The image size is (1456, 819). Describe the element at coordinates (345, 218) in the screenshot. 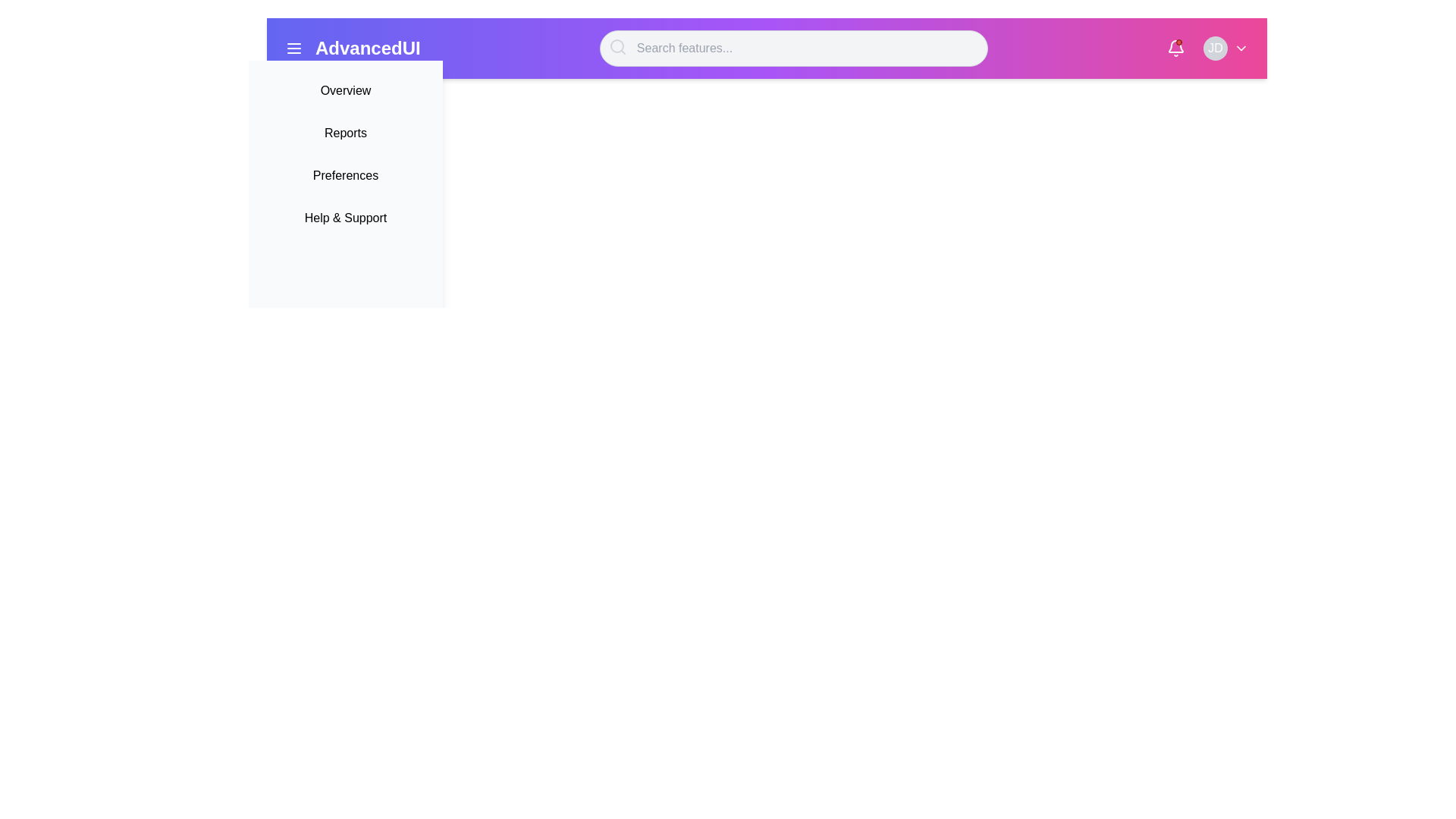

I see `the 'Help & Support' navigational link in the dropdown panel under 'AdvancedUI', which is the fourth item in the vertical menu list` at that location.